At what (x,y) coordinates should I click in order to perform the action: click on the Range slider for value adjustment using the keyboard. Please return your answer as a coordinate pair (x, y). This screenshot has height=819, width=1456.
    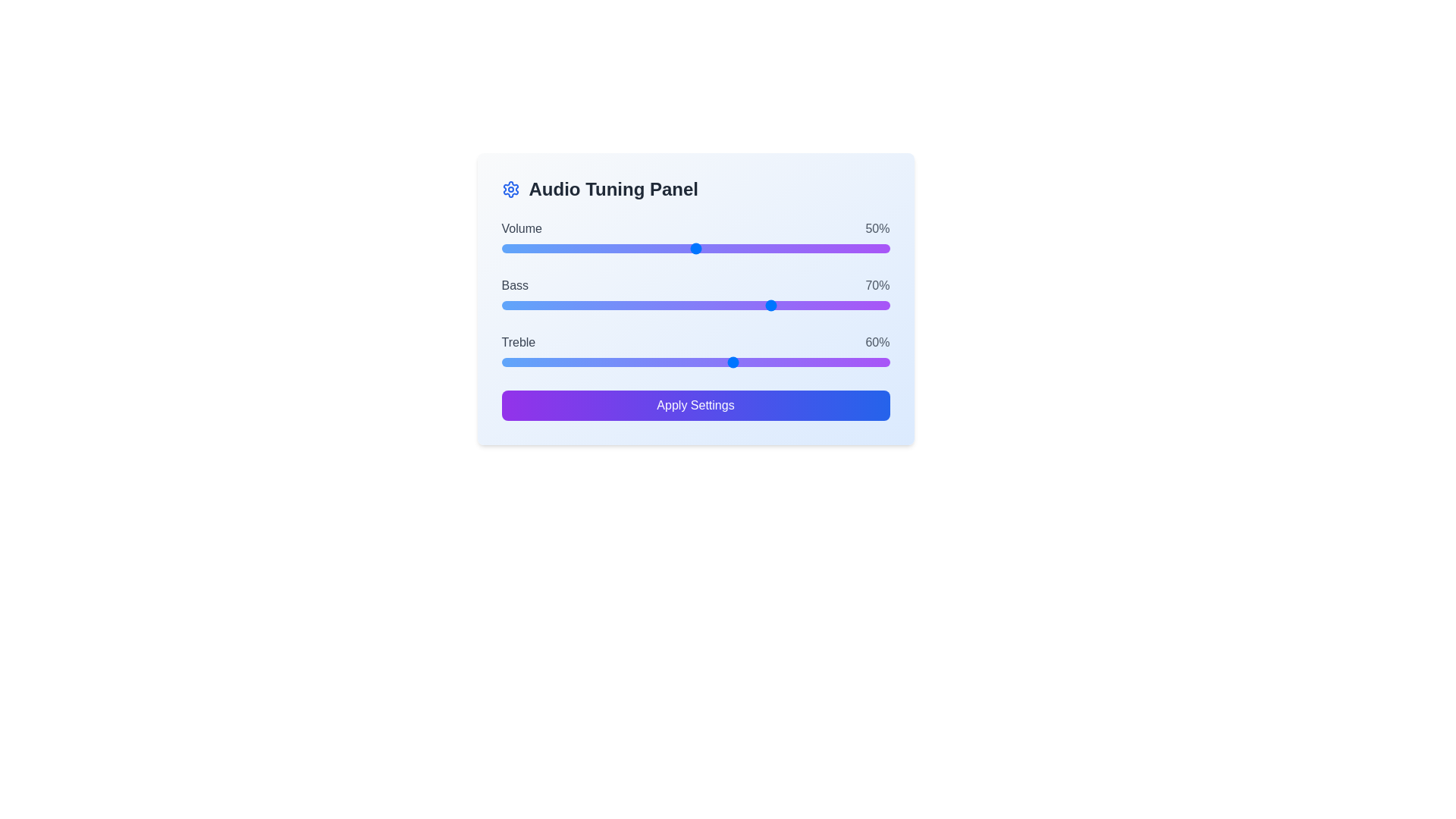
    Looking at the image, I should click on (695, 247).